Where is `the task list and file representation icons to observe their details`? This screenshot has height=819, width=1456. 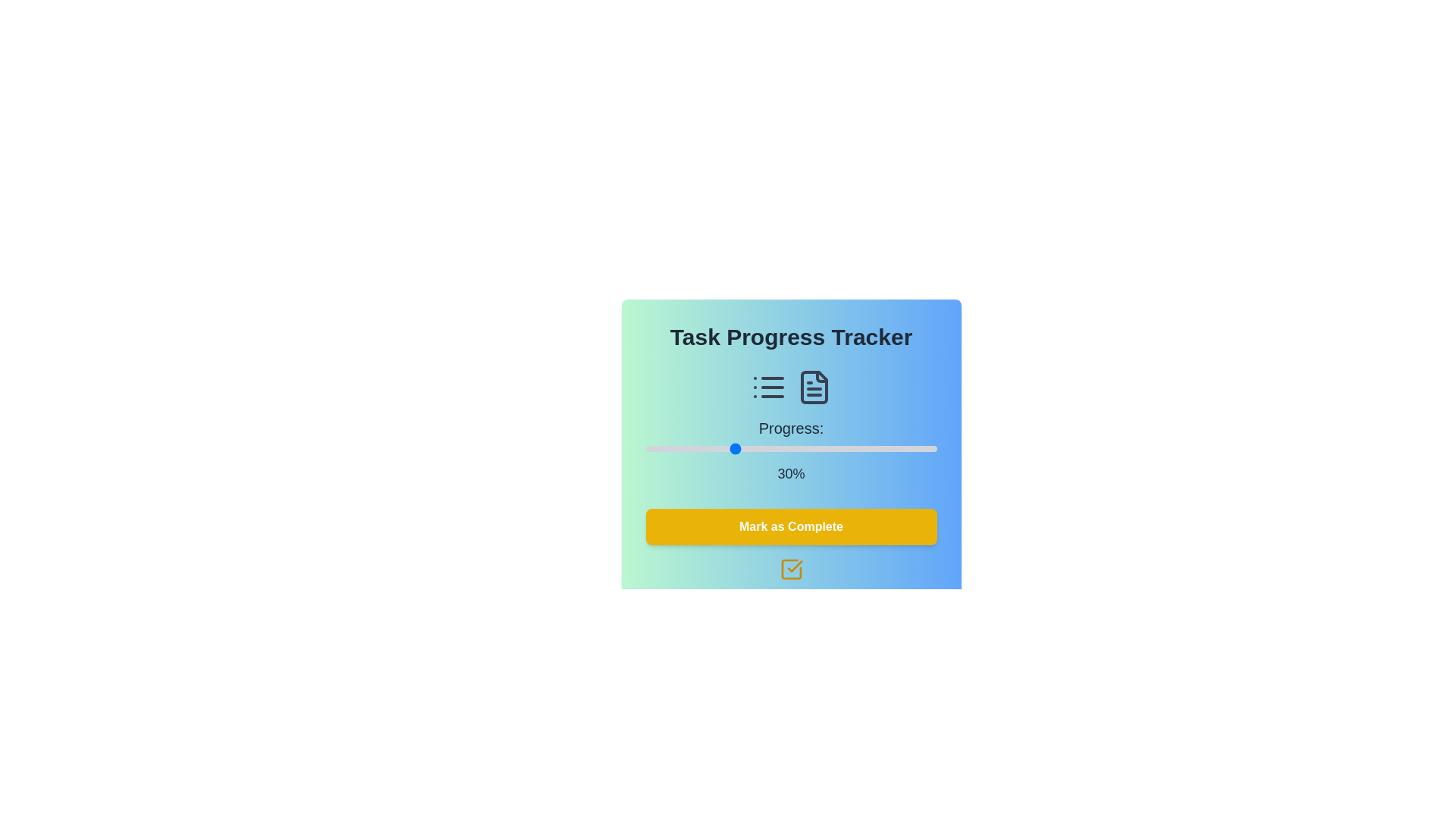 the task list and file representation icons to observe their details is located at coordinates (768, 386).